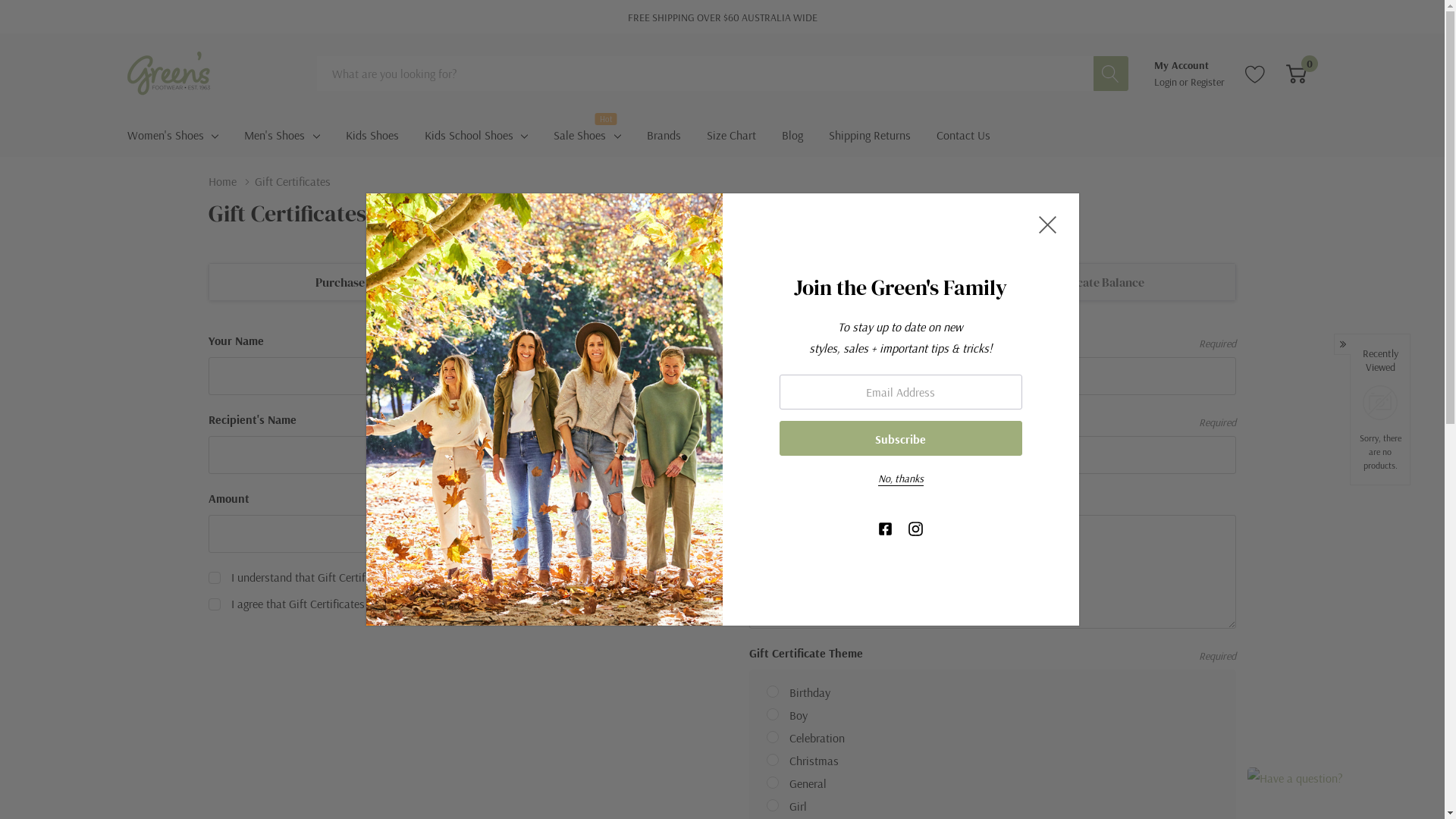 The height and width of the screenshot is (819, 1456). Describe the element at coordinates (425, 133) in the screenshot. I see `'Kids School Shoes'` at that location.